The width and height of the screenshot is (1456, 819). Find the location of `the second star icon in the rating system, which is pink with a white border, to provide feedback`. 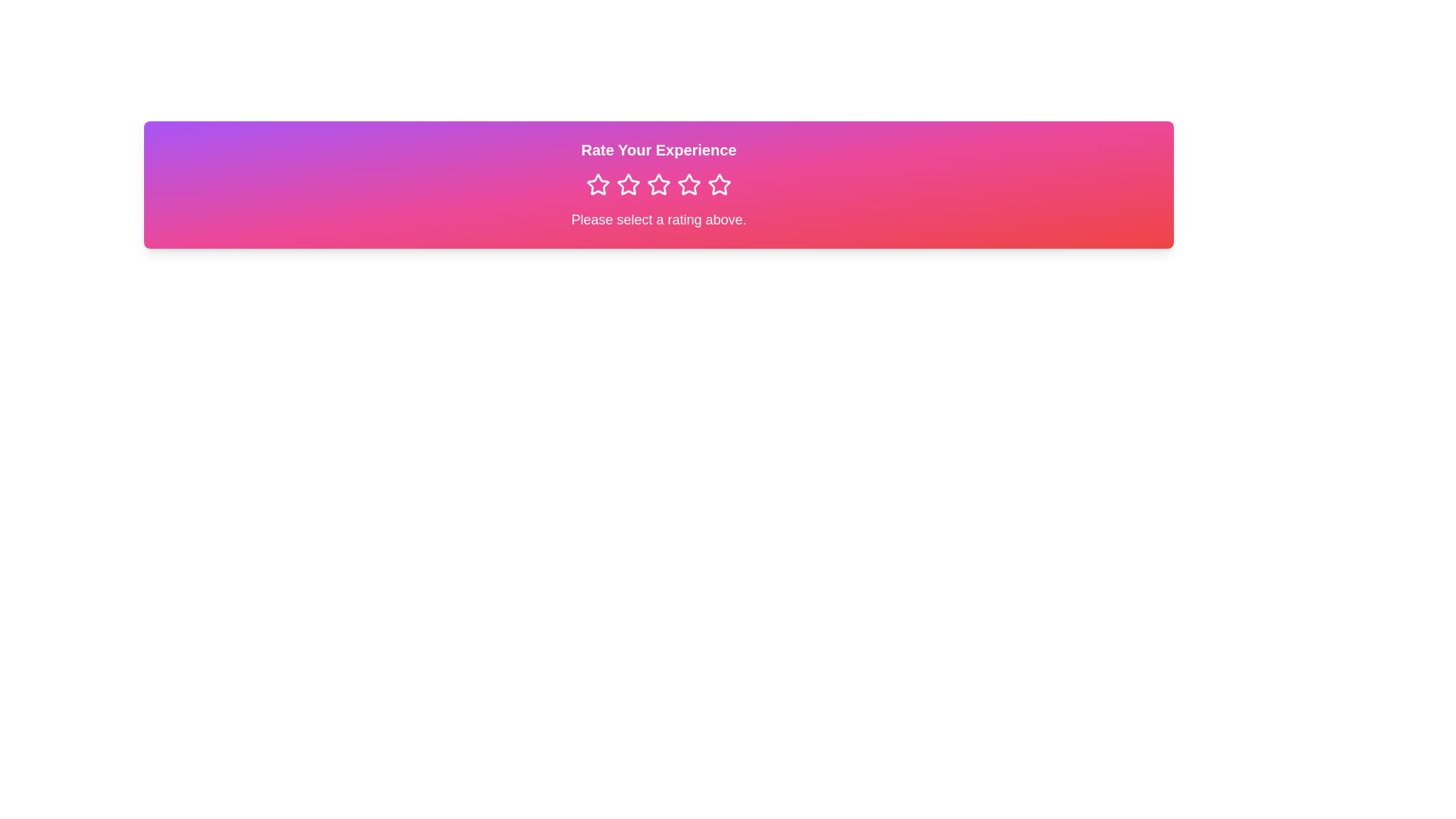

the second star icon in the rating system, which is pink with a white border, to provide feedback is located at coordinates (629, 184).